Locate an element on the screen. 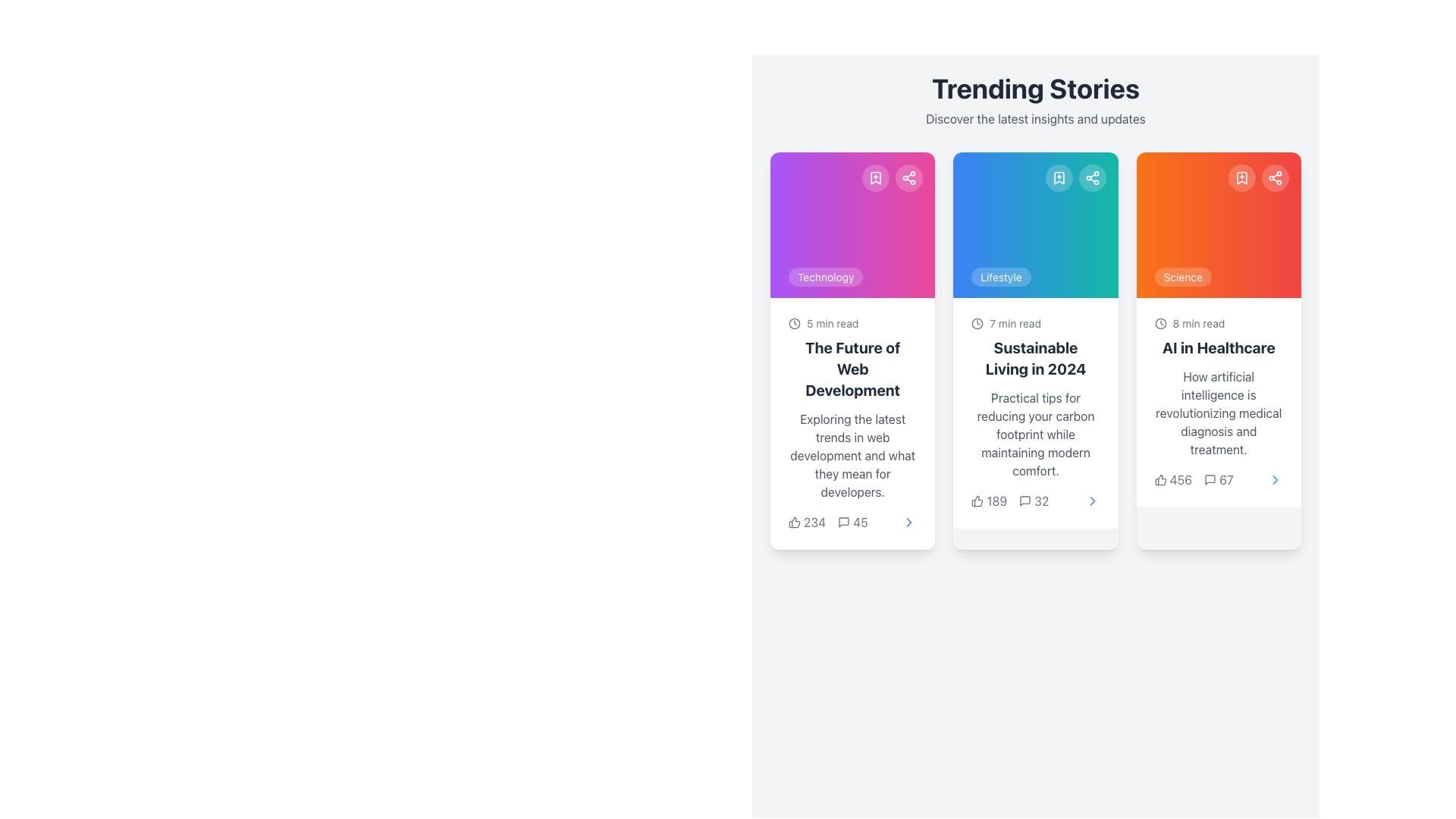 Image resolution: width=1456 pixels, height=819 pixels. the share icon in the button group with icons located at the top-right corner of the 'Science' card in the 'AI in Healthcare' section to share the card is located at coordinates (1259, 177).